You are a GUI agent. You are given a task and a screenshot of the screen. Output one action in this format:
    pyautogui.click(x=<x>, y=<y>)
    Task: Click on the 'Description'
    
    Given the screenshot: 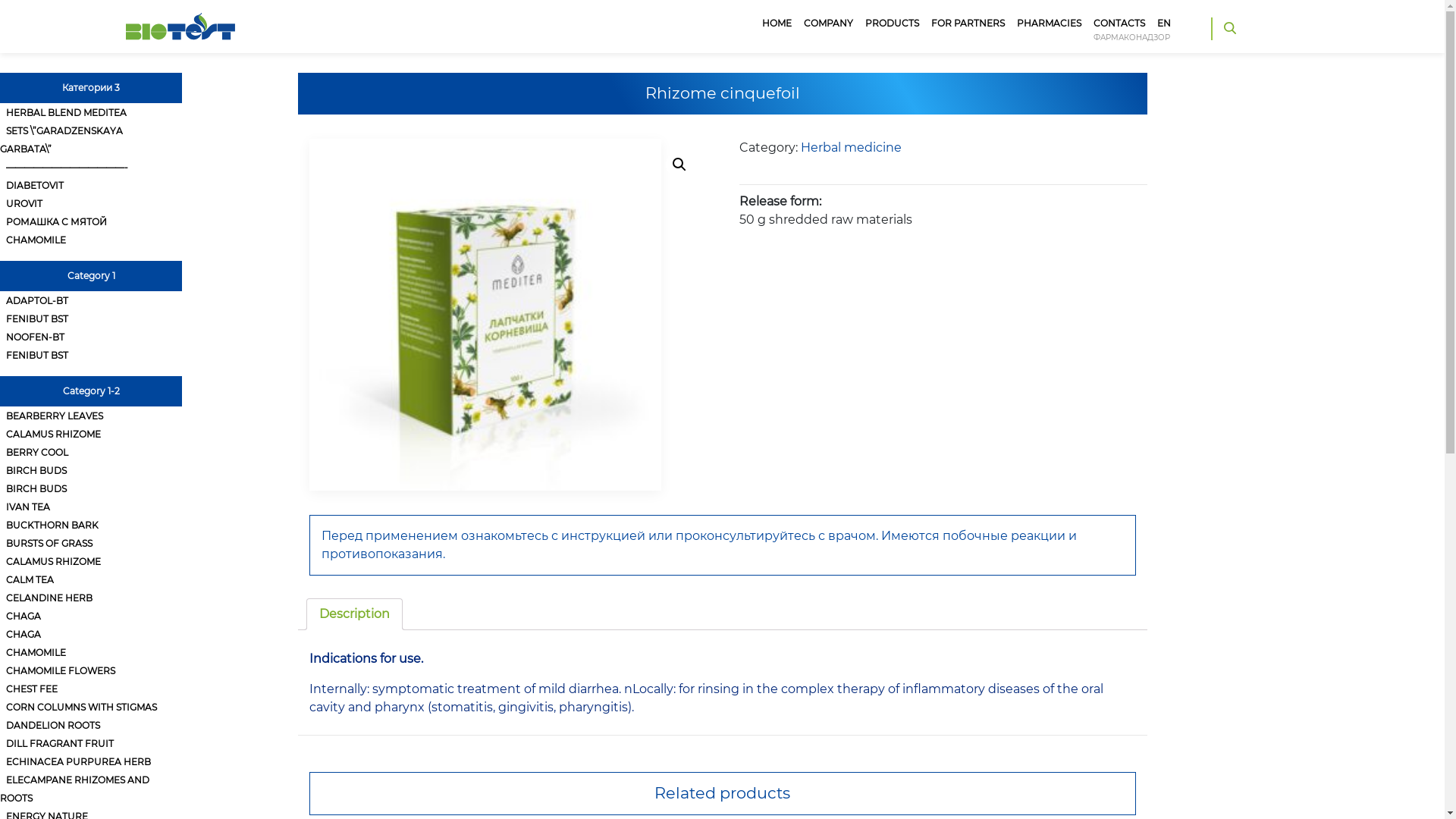 What is the action you would take?
    pyautogui.click(x=353, y=614)
    